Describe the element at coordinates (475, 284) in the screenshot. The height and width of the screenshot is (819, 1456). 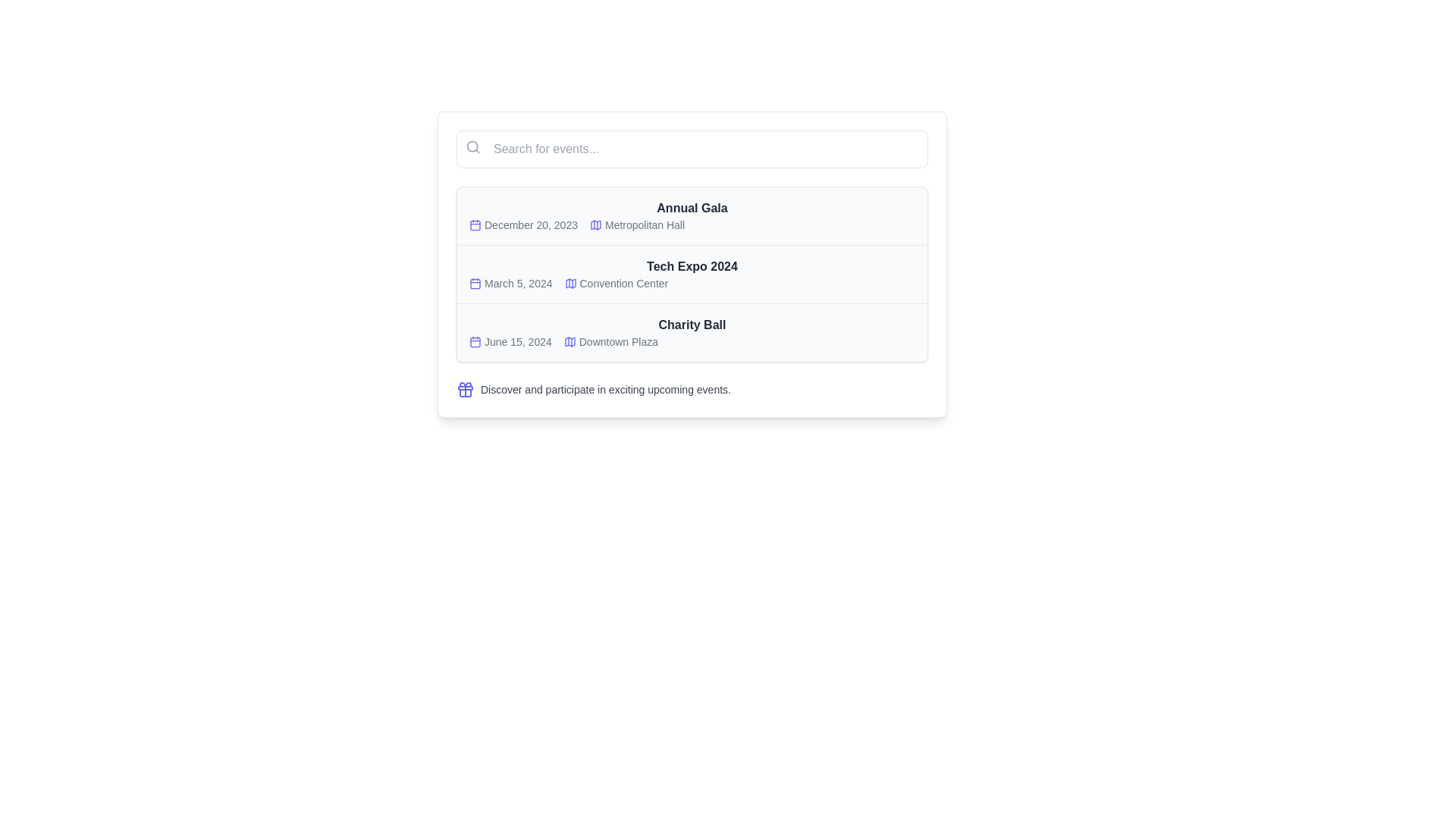
I see `the calendar icon with a blue outline located to the left of the text 'March 5, 2024' in the second list item of the event listing` at that location.